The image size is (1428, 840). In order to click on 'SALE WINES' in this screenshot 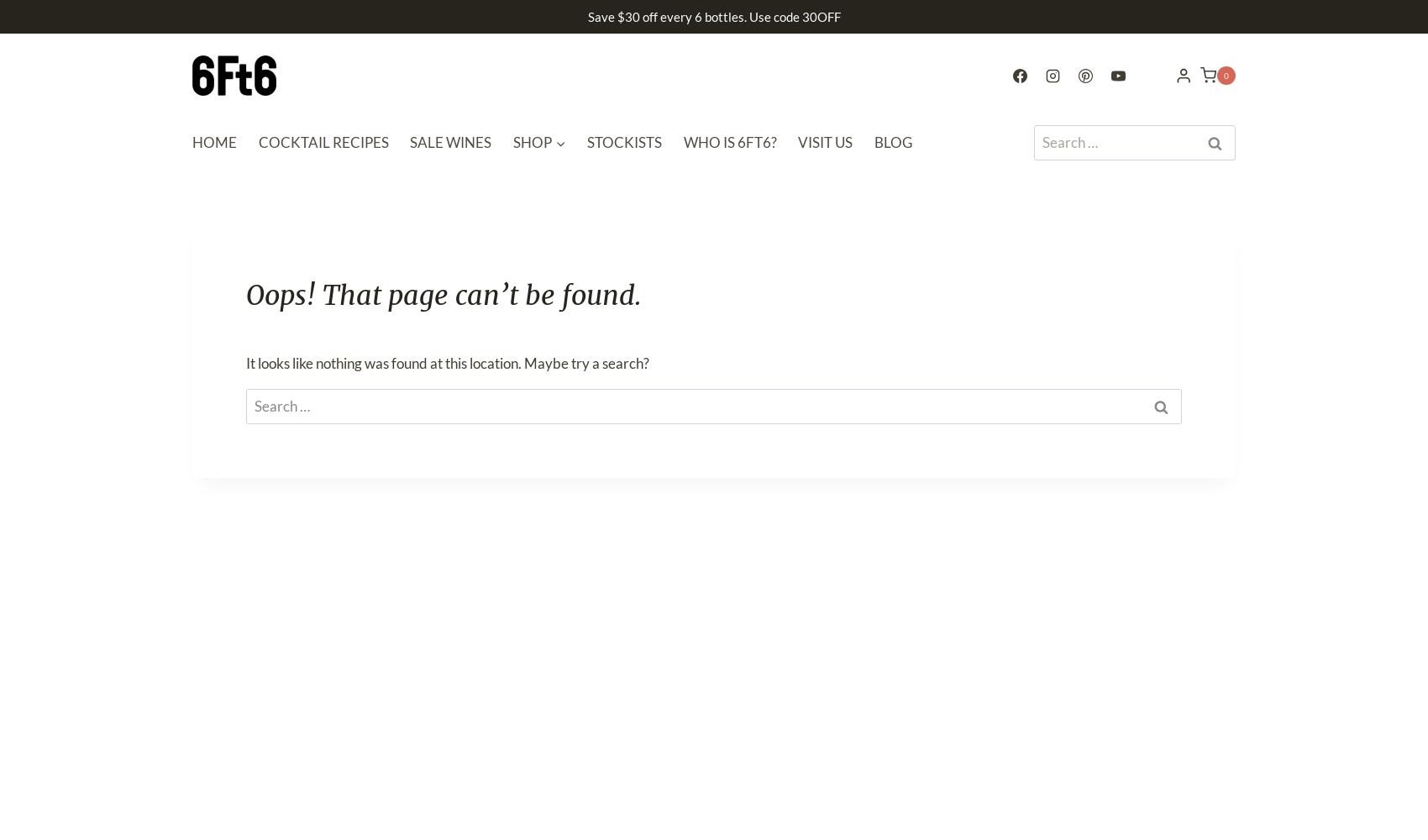, I will do `click(449, 142)`.